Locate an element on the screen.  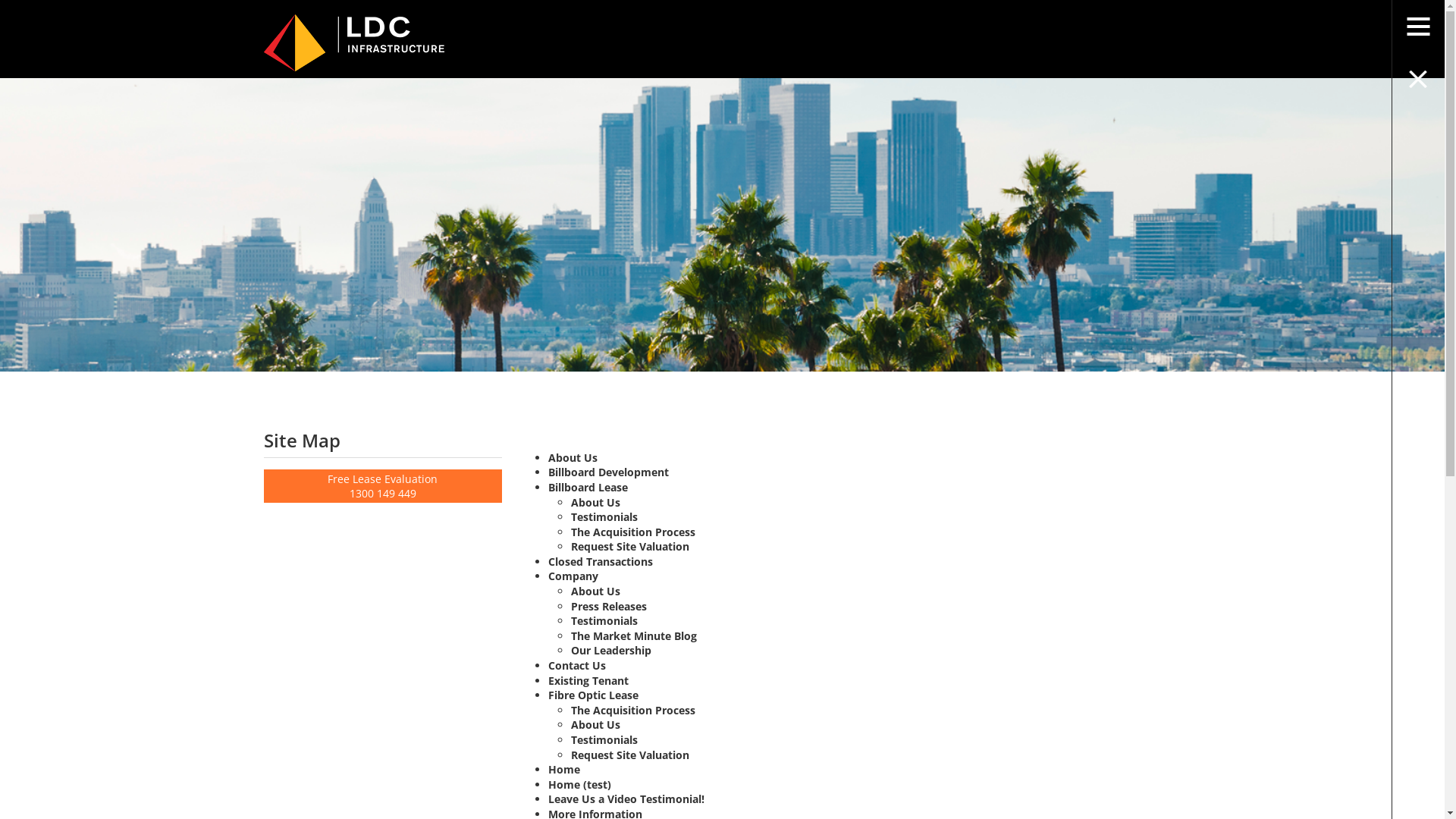
'Home' is located at coordinates (563, 769).